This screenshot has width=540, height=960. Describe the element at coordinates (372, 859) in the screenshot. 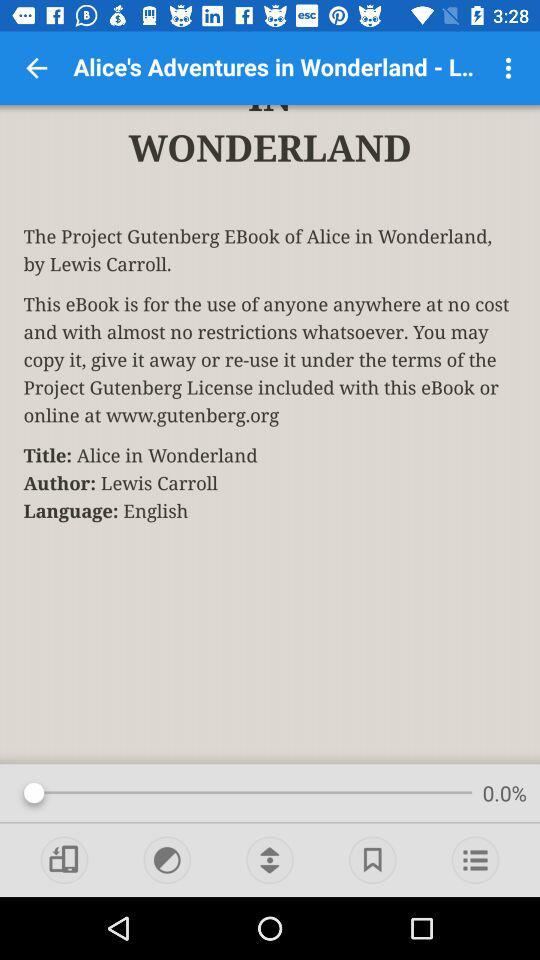

I see `the bookmark icon` at that location.